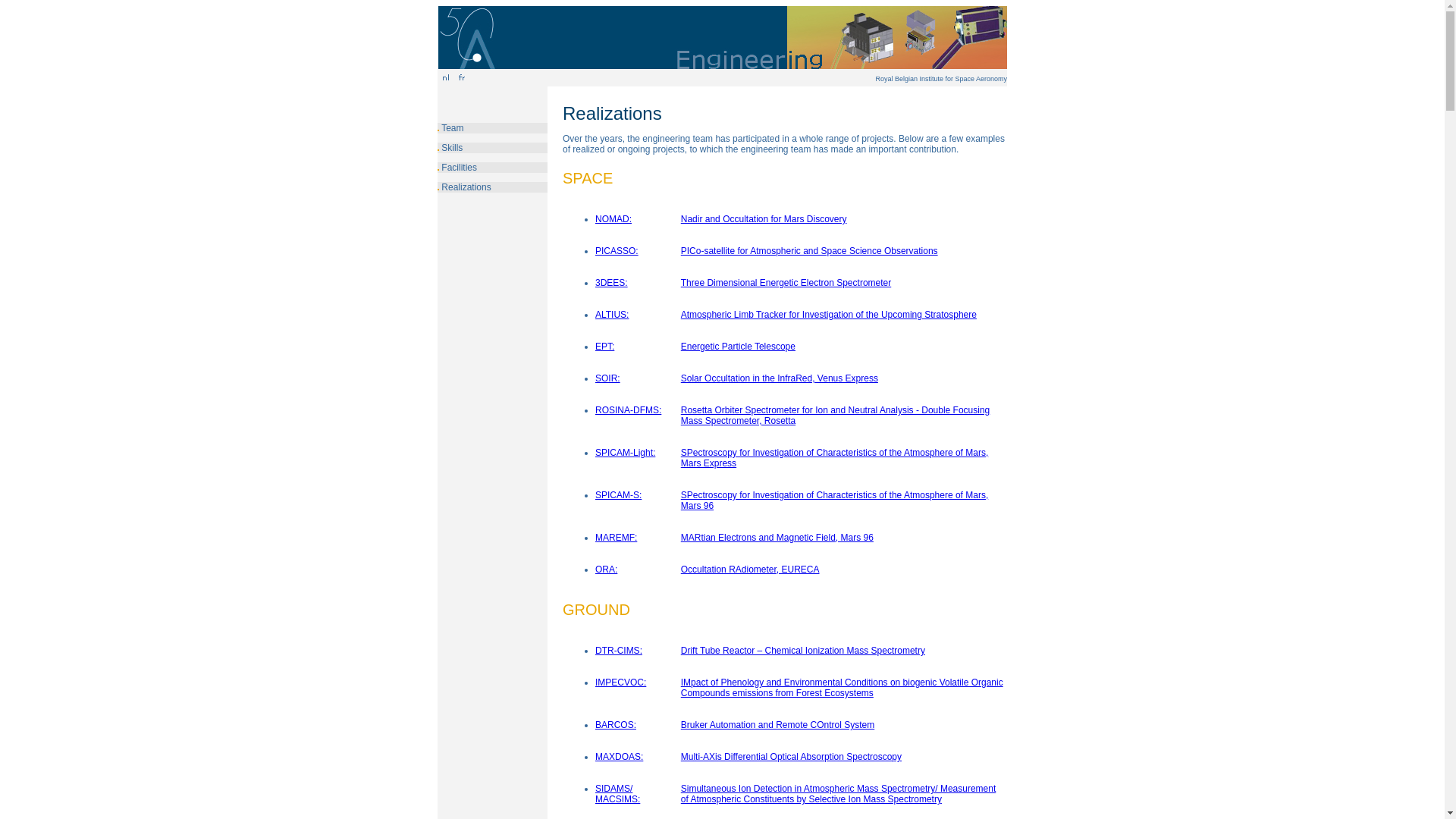 The height and width of the screenshot is (819, 1456). I want to click on 'MAREMF:', so click(616, 537).